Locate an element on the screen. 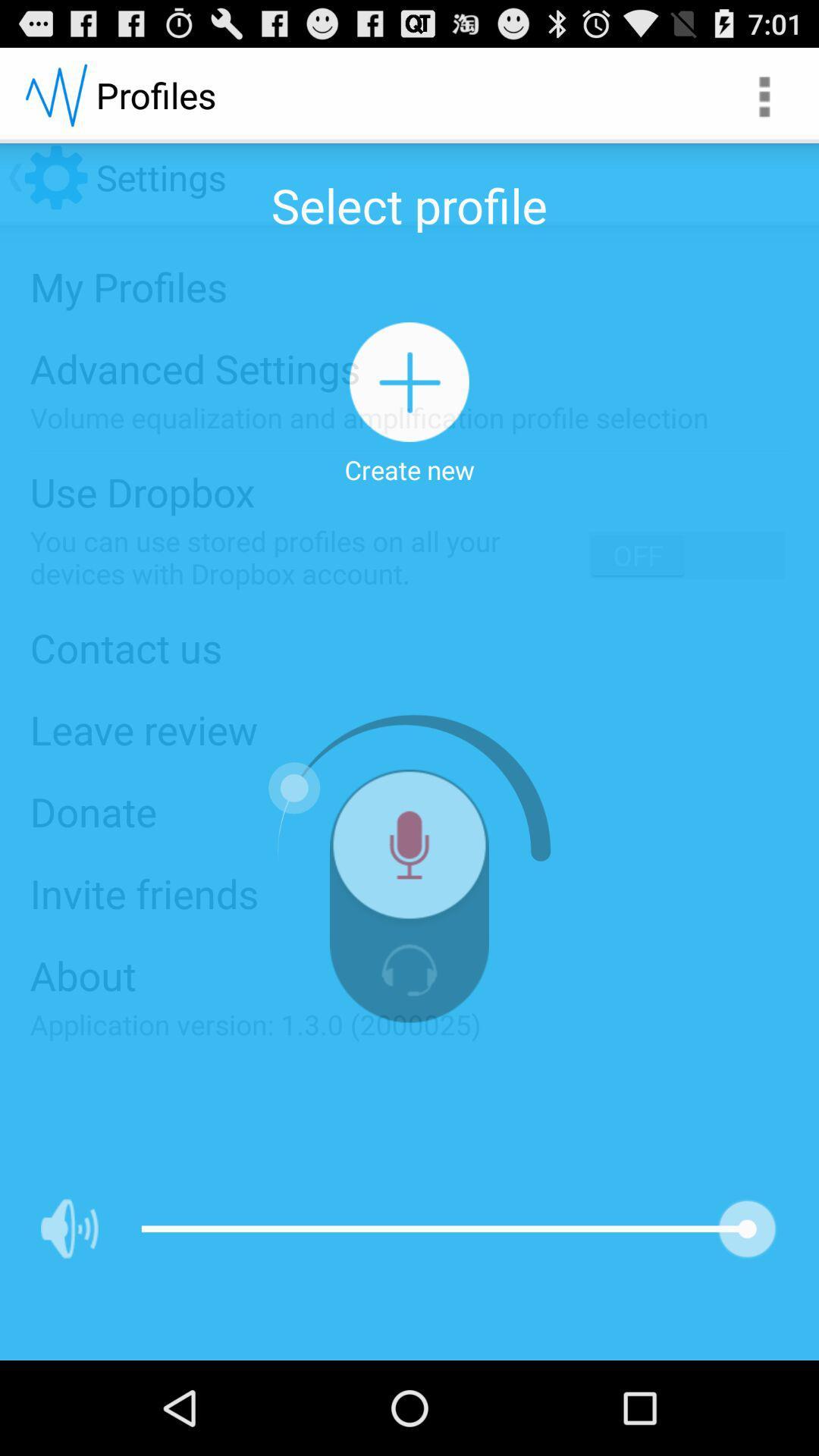 This screenshot has height=1456, width=819. icon above the select profile app is located at coordinates (763, 94).